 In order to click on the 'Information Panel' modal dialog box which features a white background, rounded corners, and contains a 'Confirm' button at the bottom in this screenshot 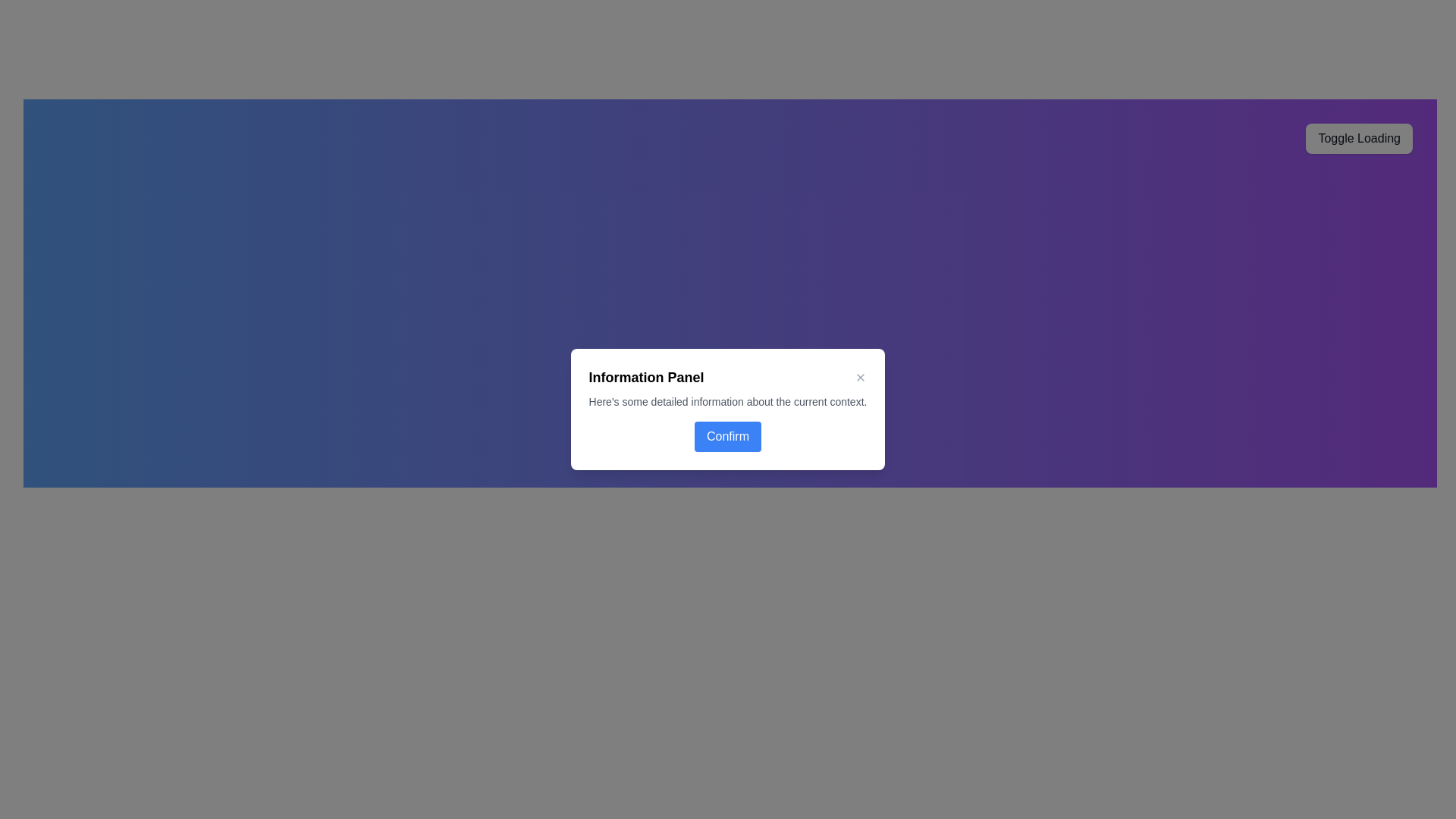, I will do `click(728, 409)`.